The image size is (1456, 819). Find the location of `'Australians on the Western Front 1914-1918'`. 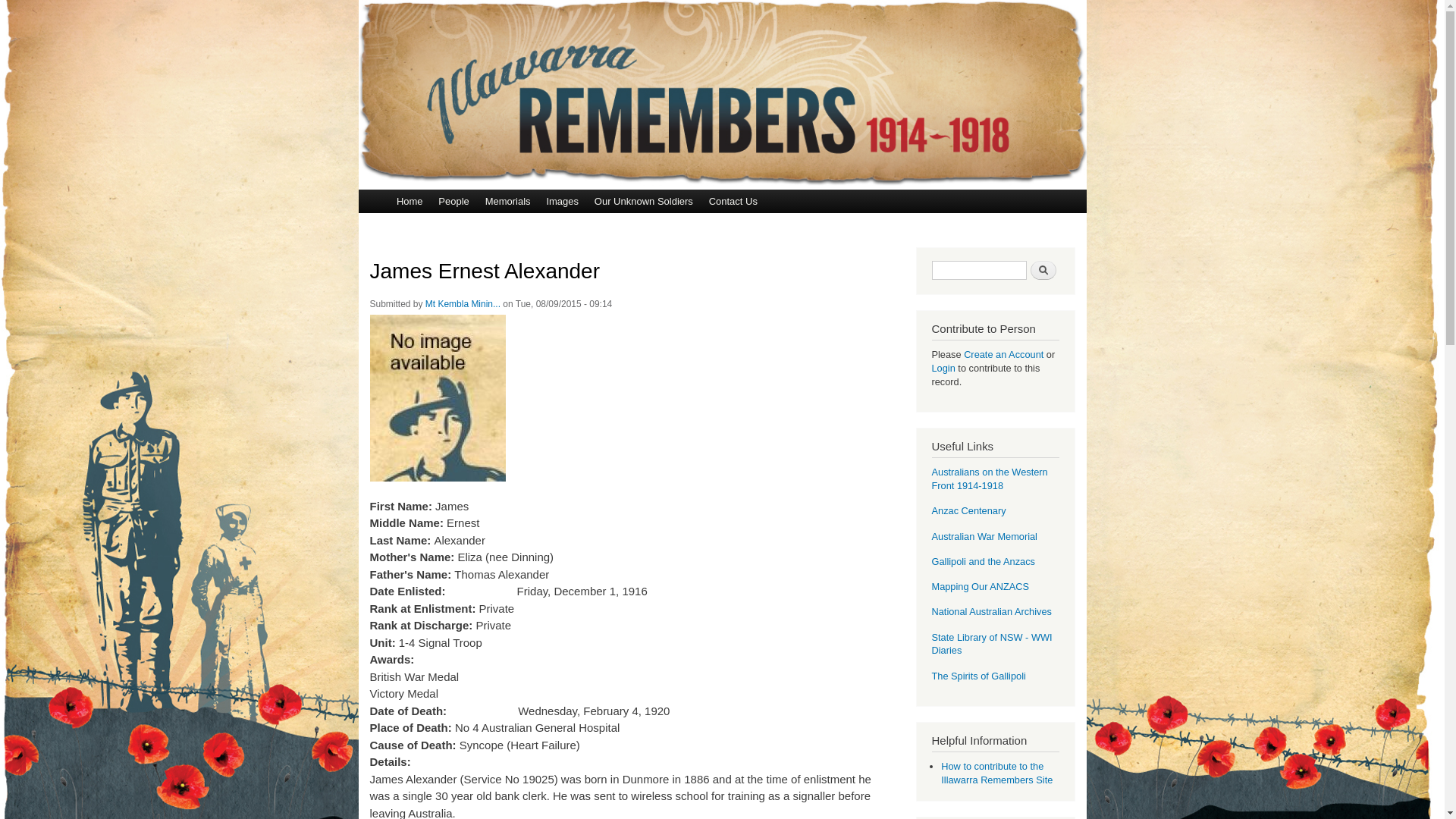

'Australians on the Western Front 1914-1918' is located at coordinates (989, 479).